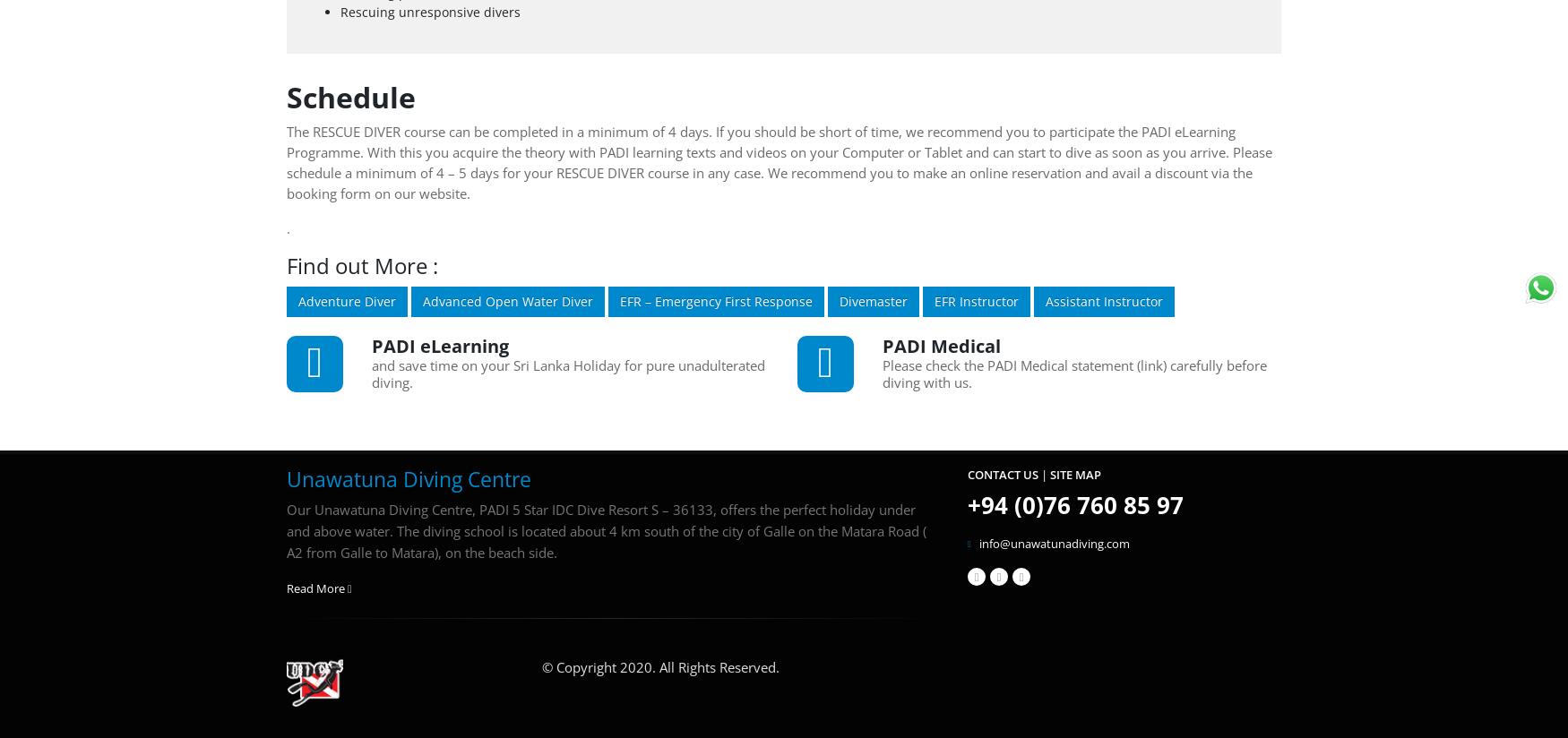 This screenshot has width=1568, height=738. I want to click on 'info@unawatunadiving.com', so click(1054, 543).